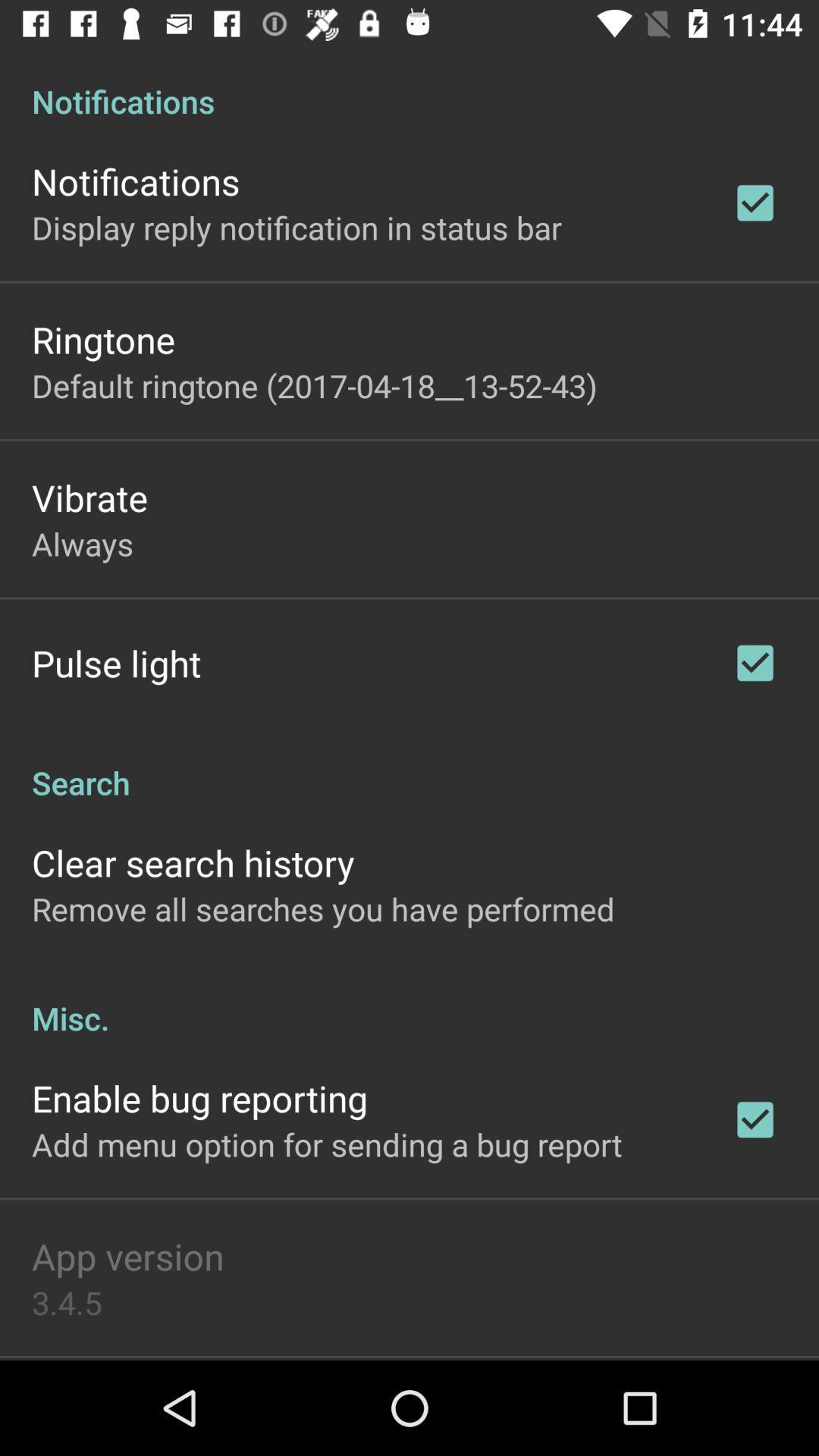  I want to click on the app above app version app, so click(326, 1144).